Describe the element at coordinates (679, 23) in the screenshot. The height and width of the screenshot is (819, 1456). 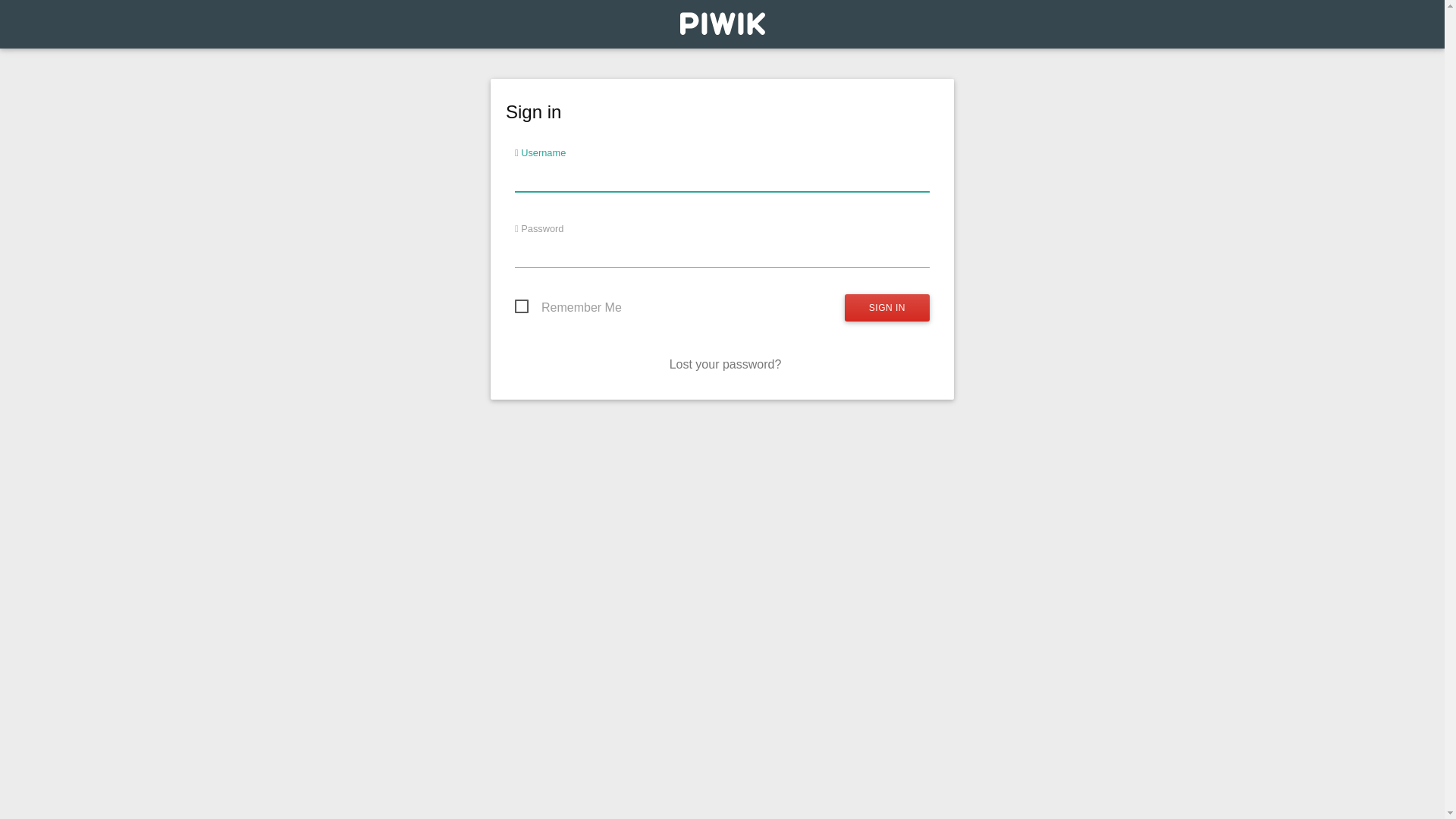
I see `'Web analytics'` at that location.